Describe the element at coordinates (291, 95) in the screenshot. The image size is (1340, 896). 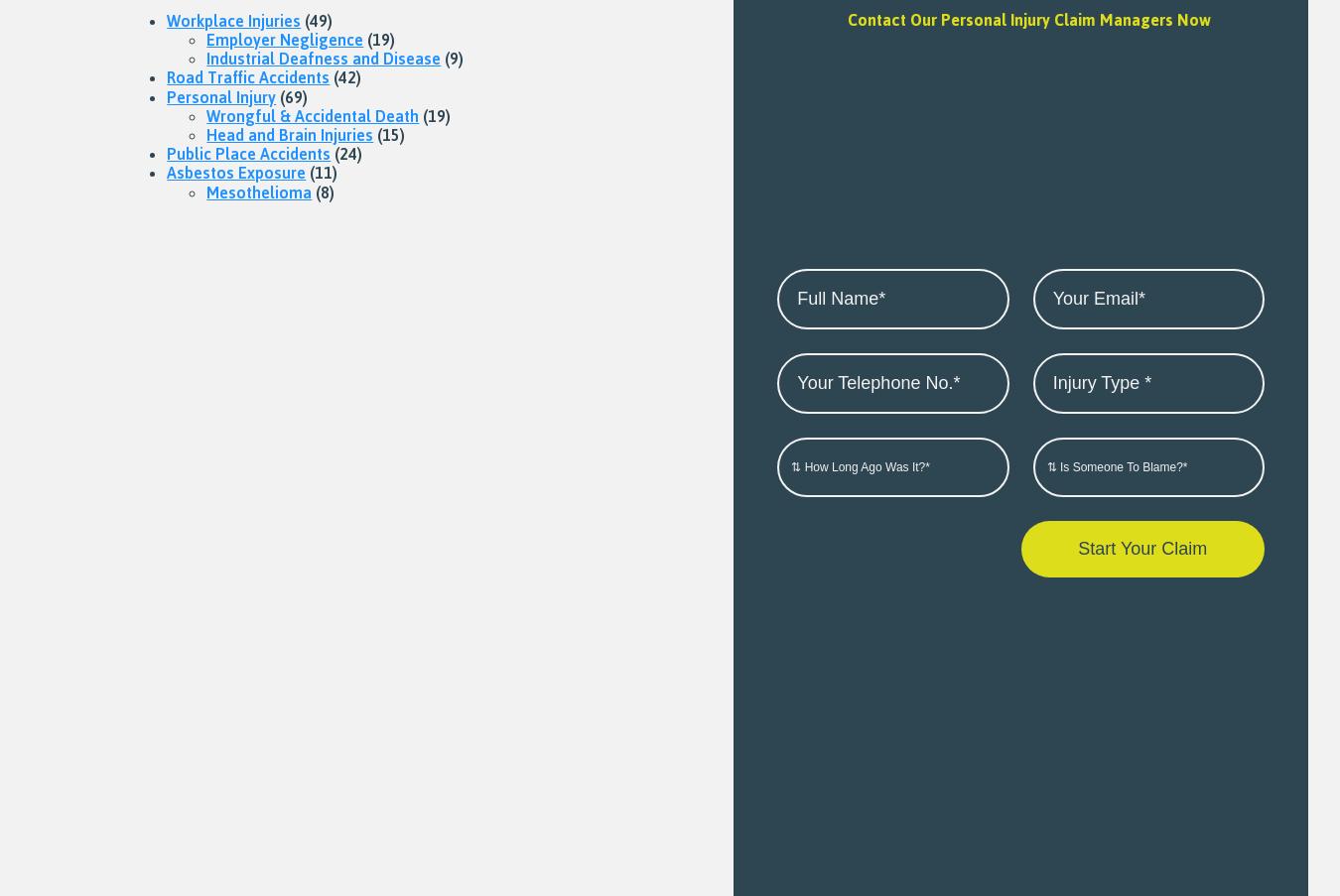
I see `'(69)'` at that location.